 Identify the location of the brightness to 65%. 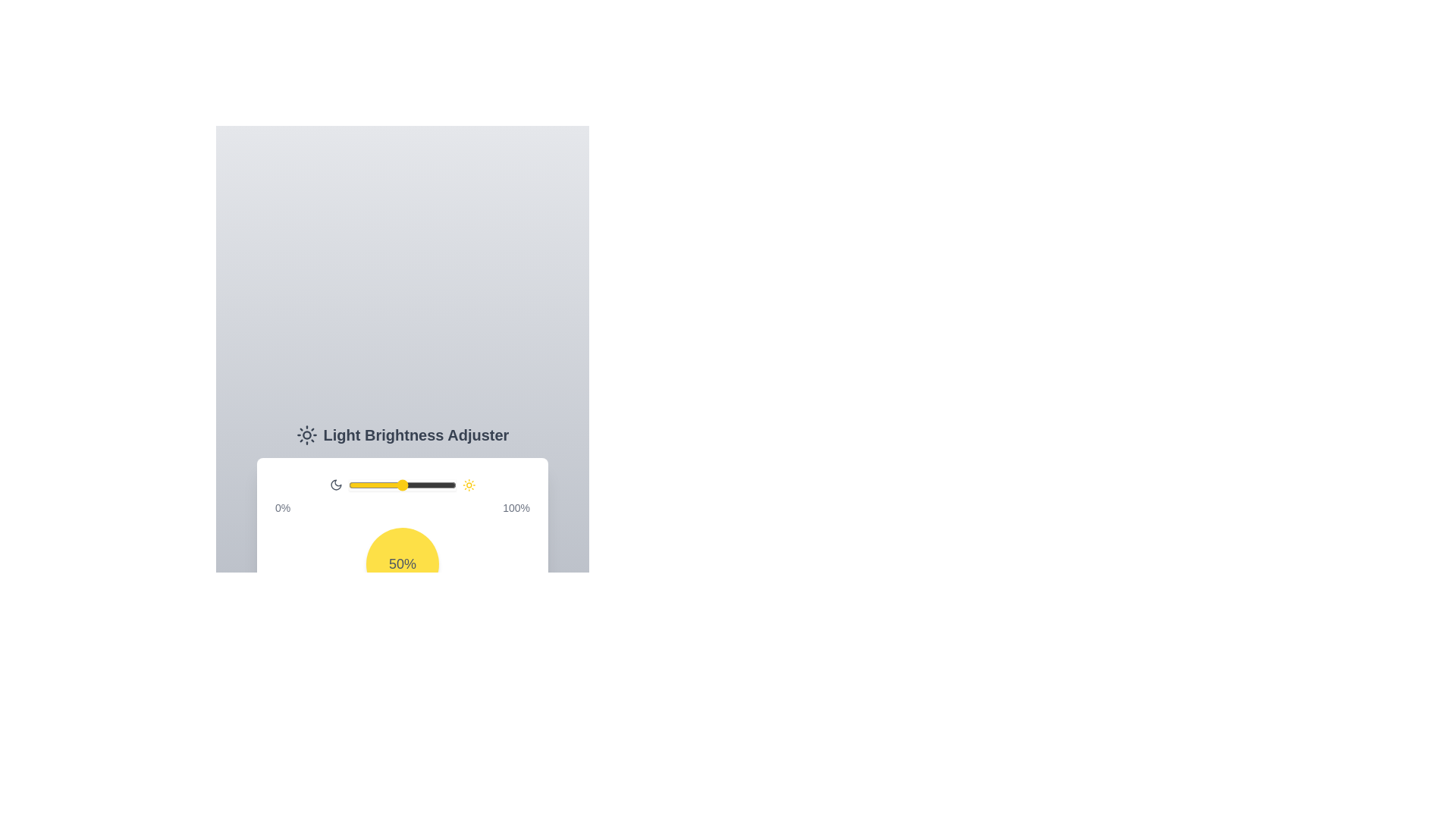
(419, 485).